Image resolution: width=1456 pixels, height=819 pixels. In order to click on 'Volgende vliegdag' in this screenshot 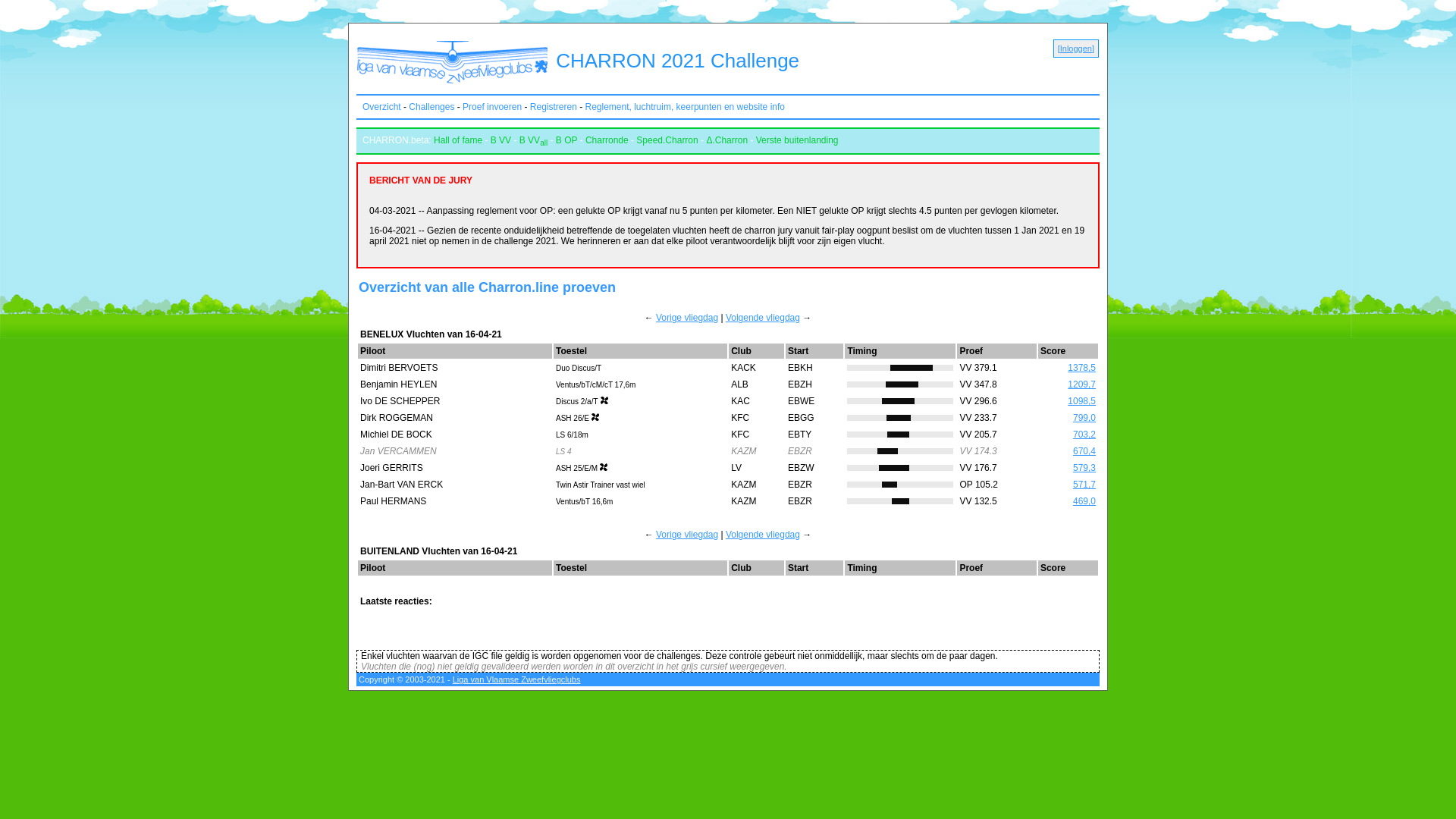, I will do `click(763, 317)`.